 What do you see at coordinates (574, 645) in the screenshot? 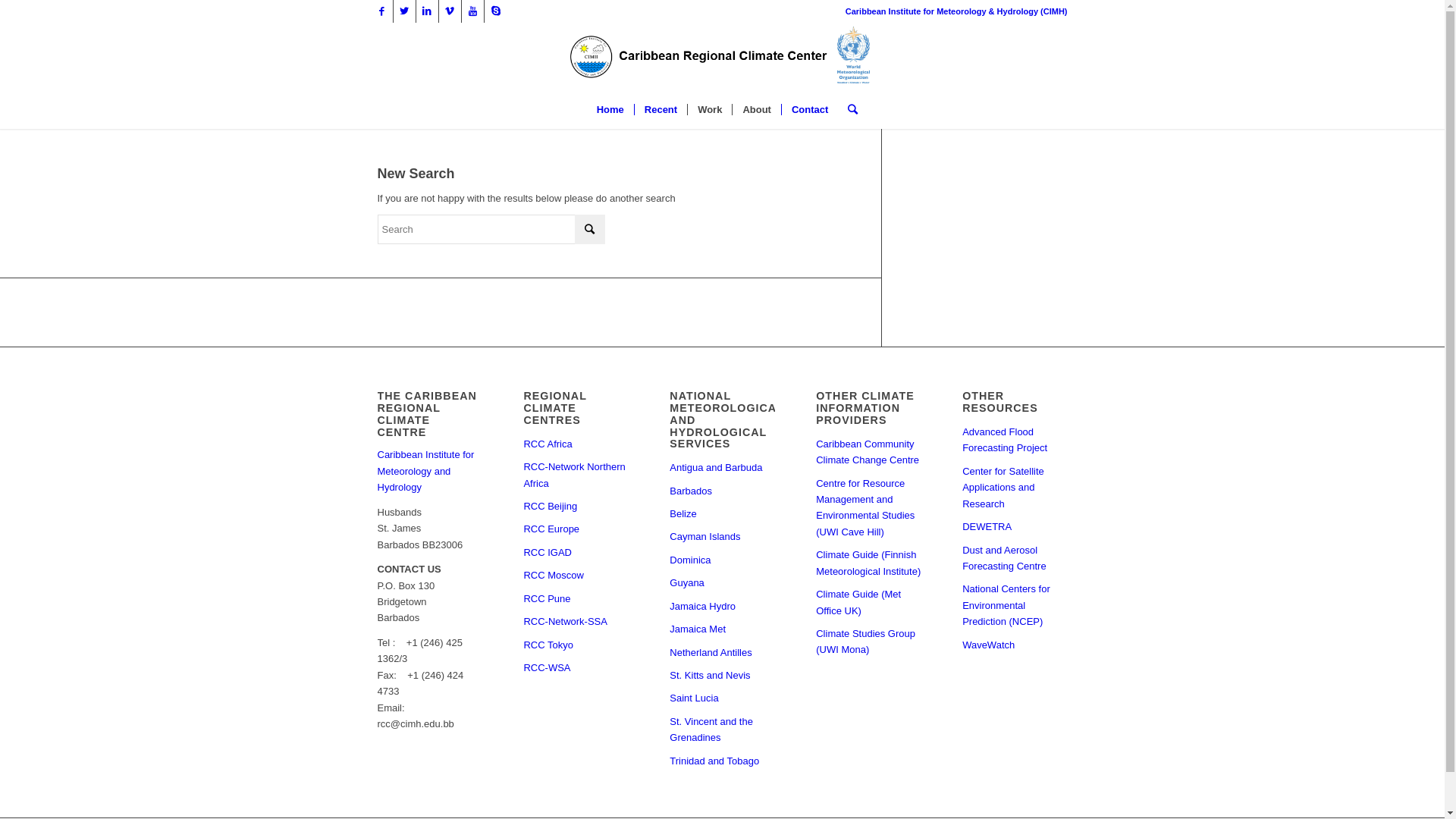
I see `'RCC Tokyo'` at bounding box center [574, 645].